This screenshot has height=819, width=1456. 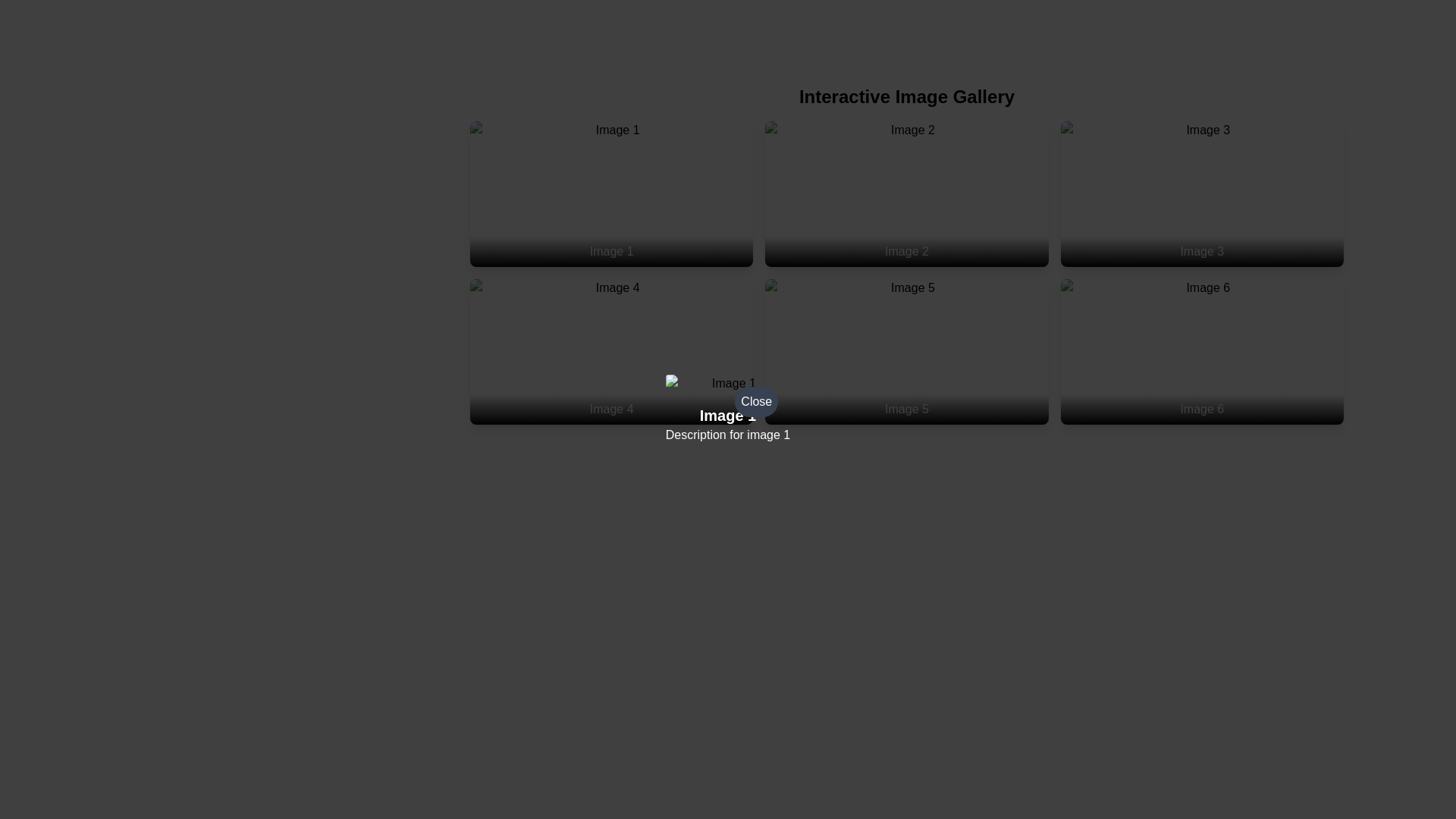 I want to click on text content of the bottom text overlay labeled 'Image 1', which is styled in bold sans-serif font and has a gradient background from black to transparent, so click(x=611, y=250).